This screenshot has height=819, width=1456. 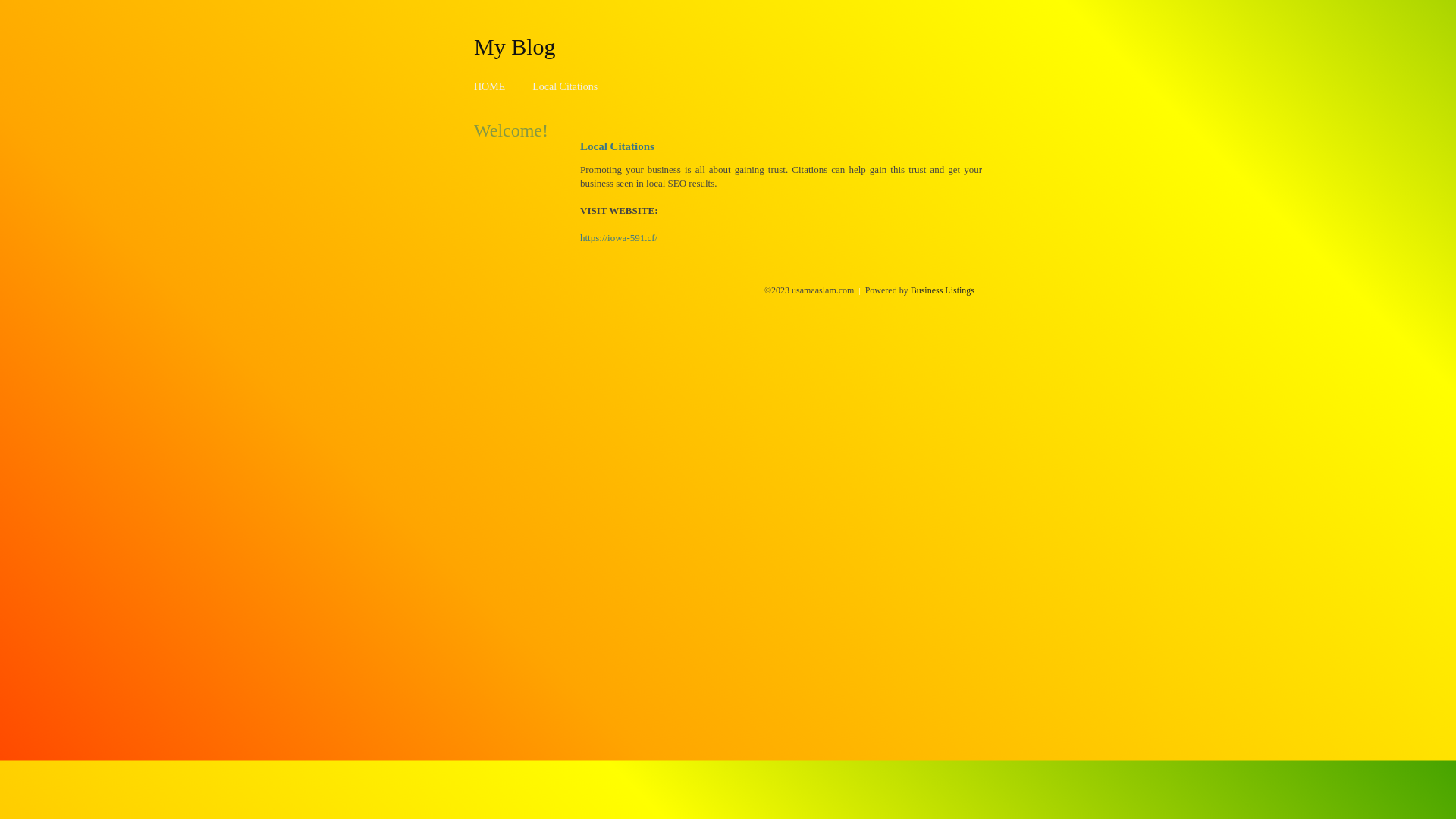 What do you see at coordinates (532, 86) in the screenshot?
I see `'Local Citations'` at bounding box center [532, 86].